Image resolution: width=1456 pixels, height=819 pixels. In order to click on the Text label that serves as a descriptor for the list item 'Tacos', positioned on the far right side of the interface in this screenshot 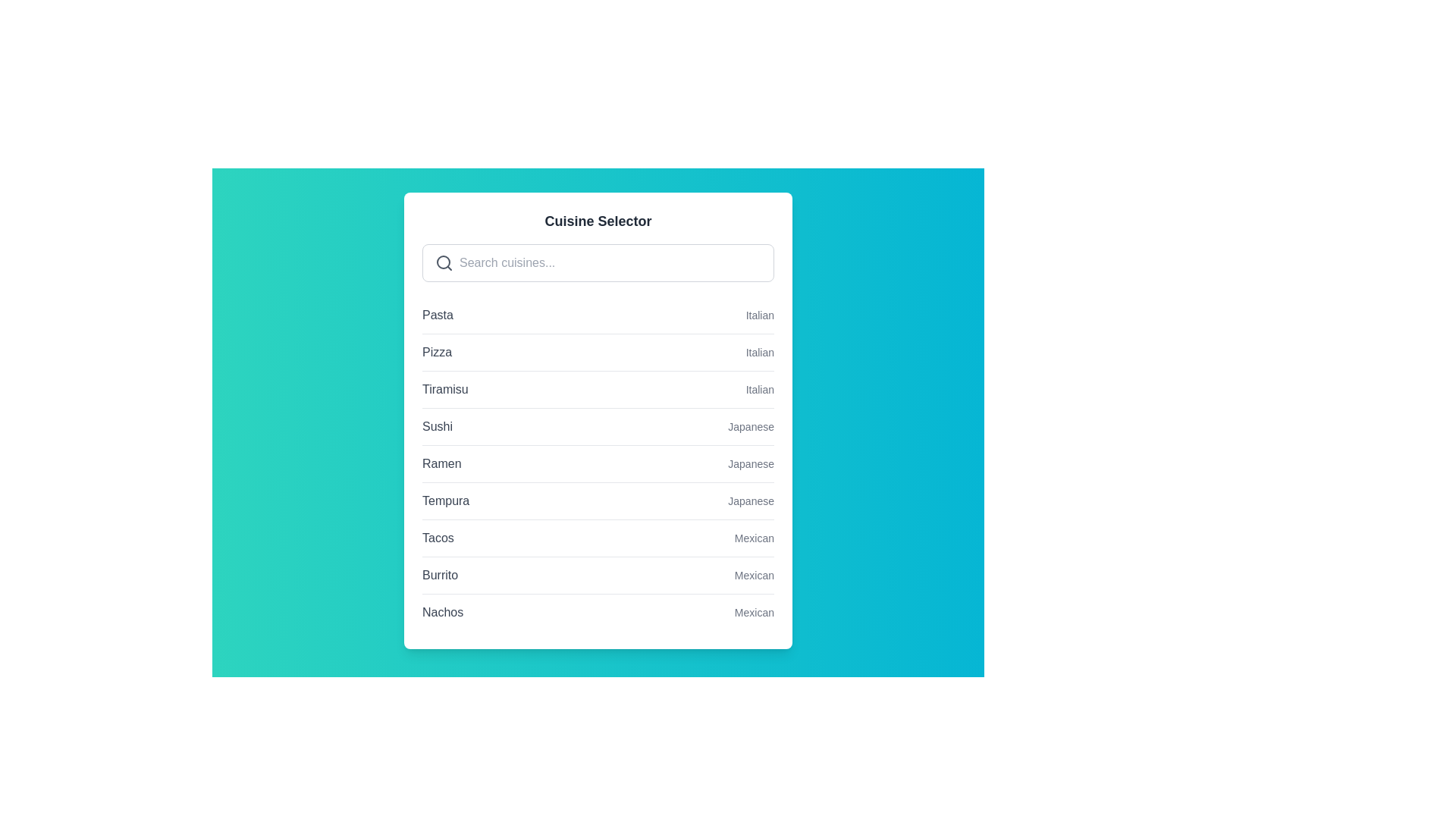, I will do `click(754, 537)`.